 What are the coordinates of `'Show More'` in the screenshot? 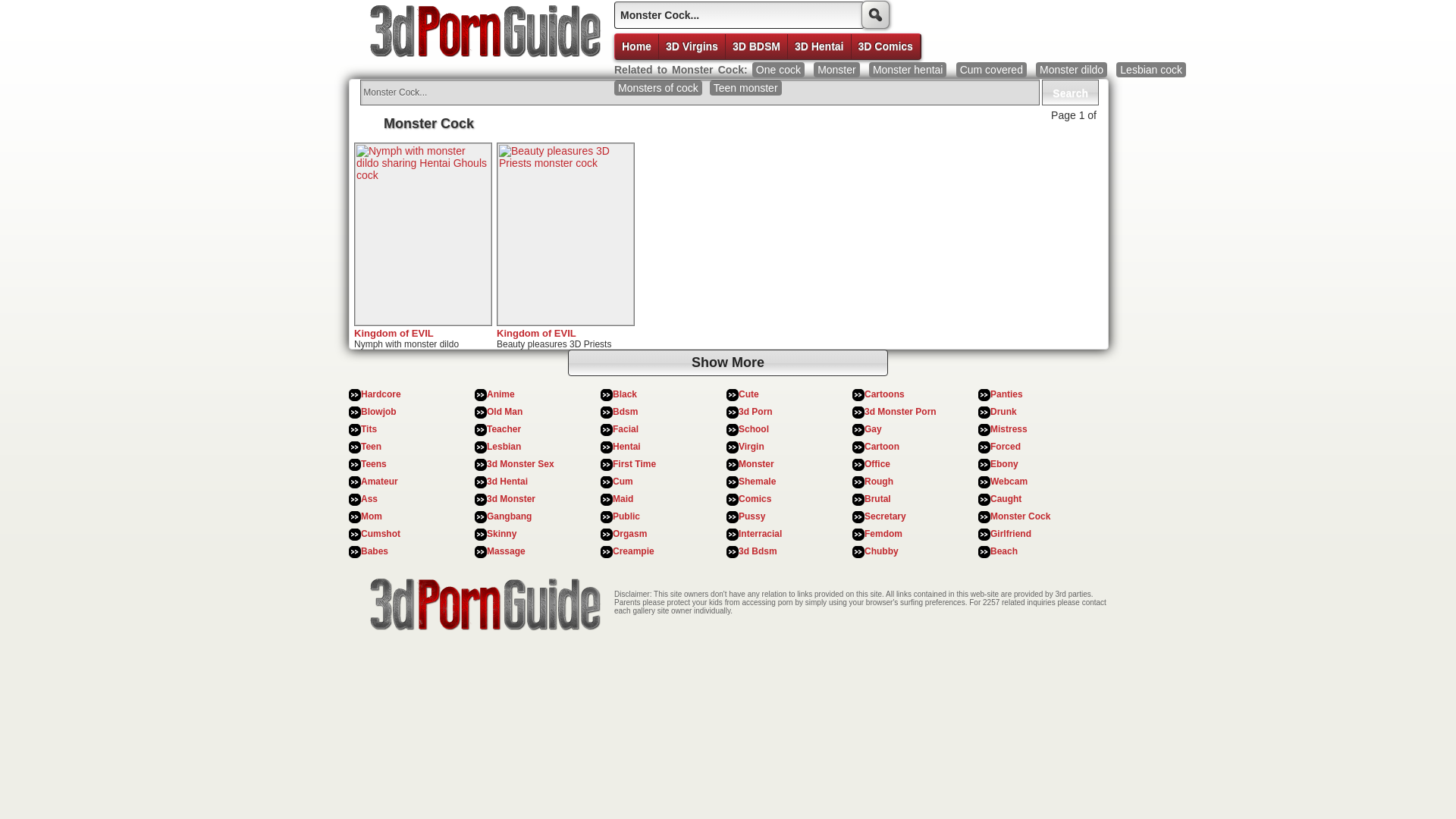 It's located at (728, 362).